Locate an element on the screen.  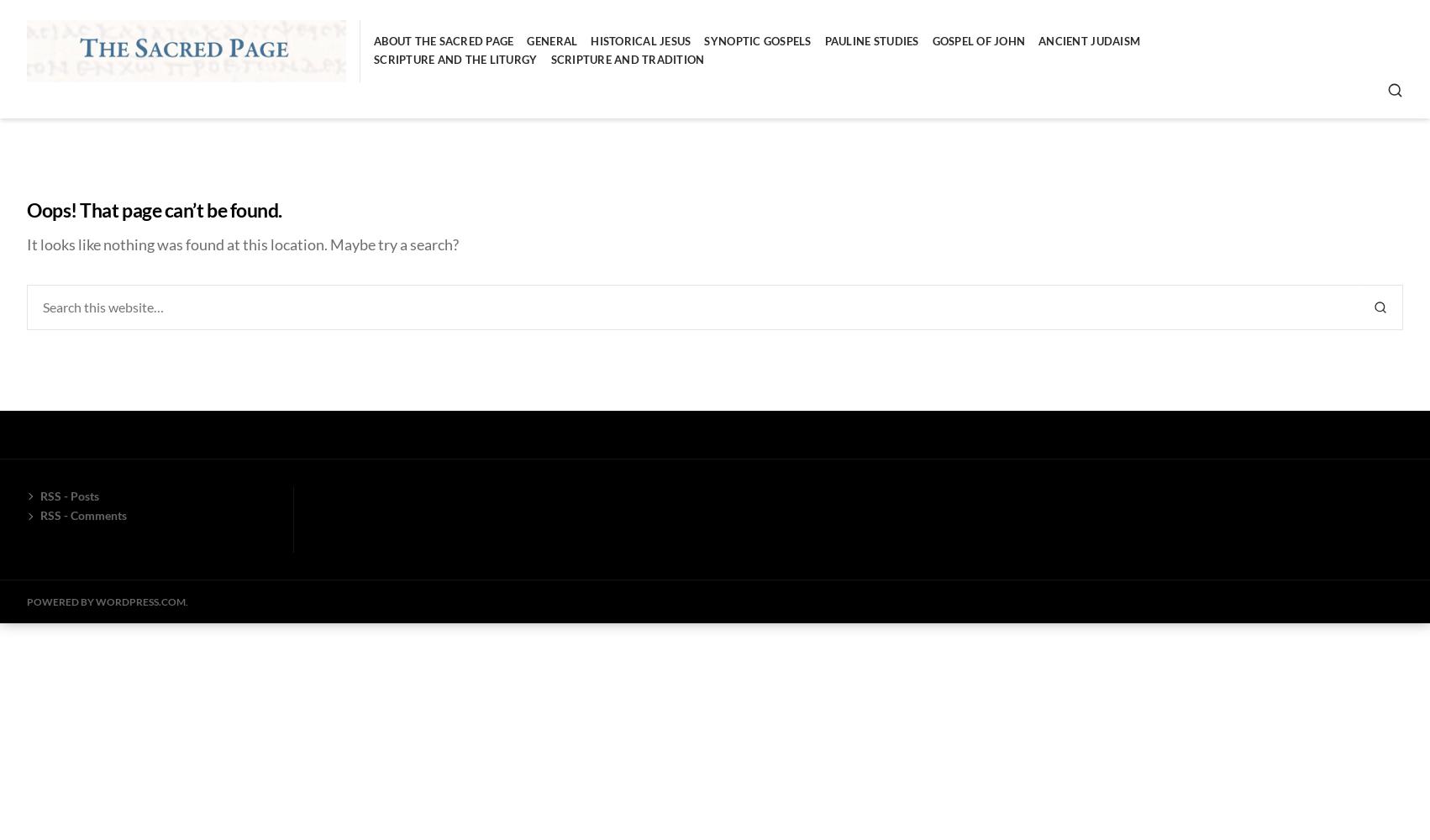
'It looks like nothing was found at this location. Maybe try a search?' is located at coordinates (242, 244).